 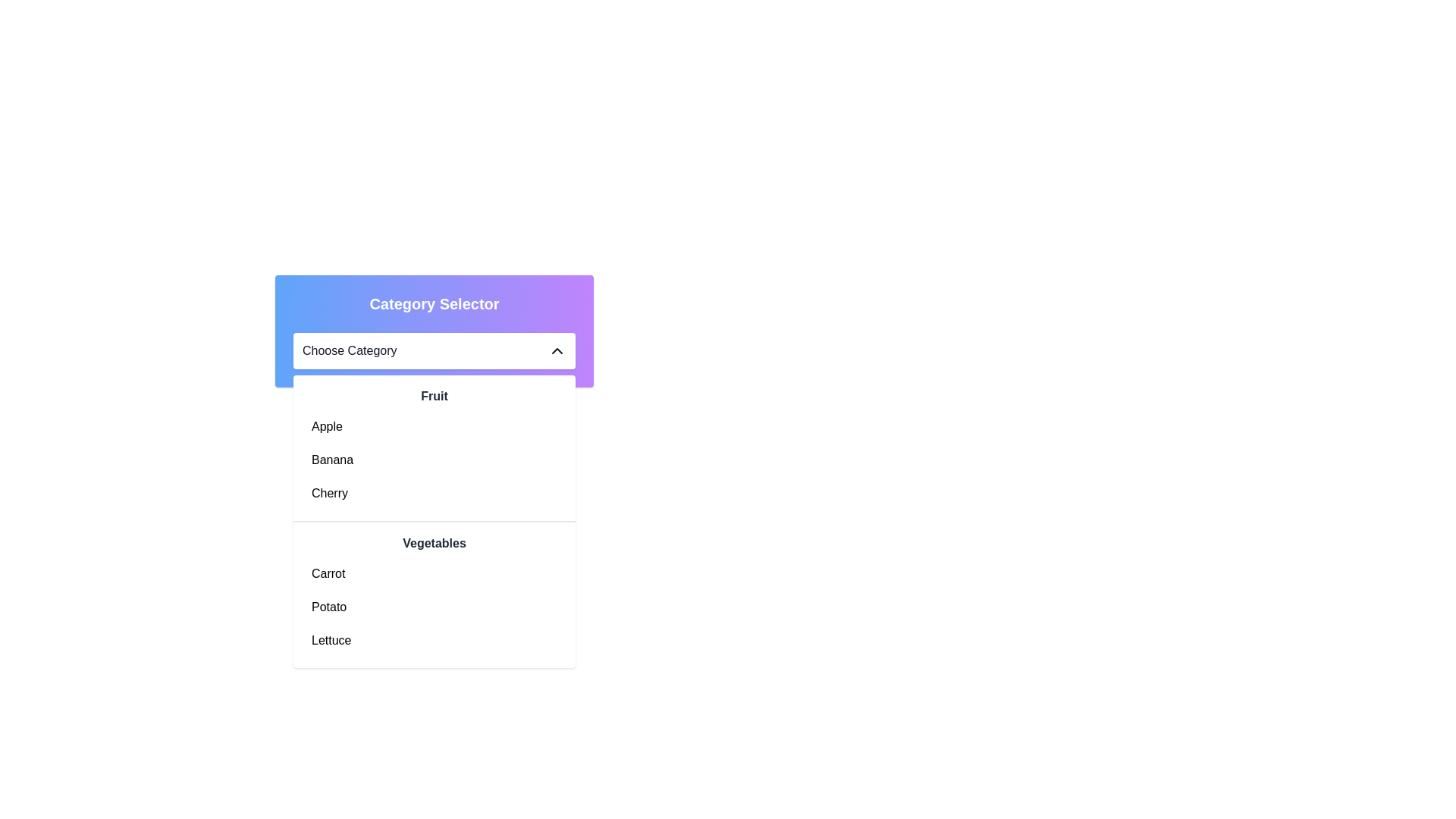 What do you see at coordinates (331, 640) in the screenshot?
I see `the 'Lettuce' label, which is the third item in the 'Vegetables' dropdown list, displayed in black font beneath the 'Vegetables' header` at bounding box center [331, 640].